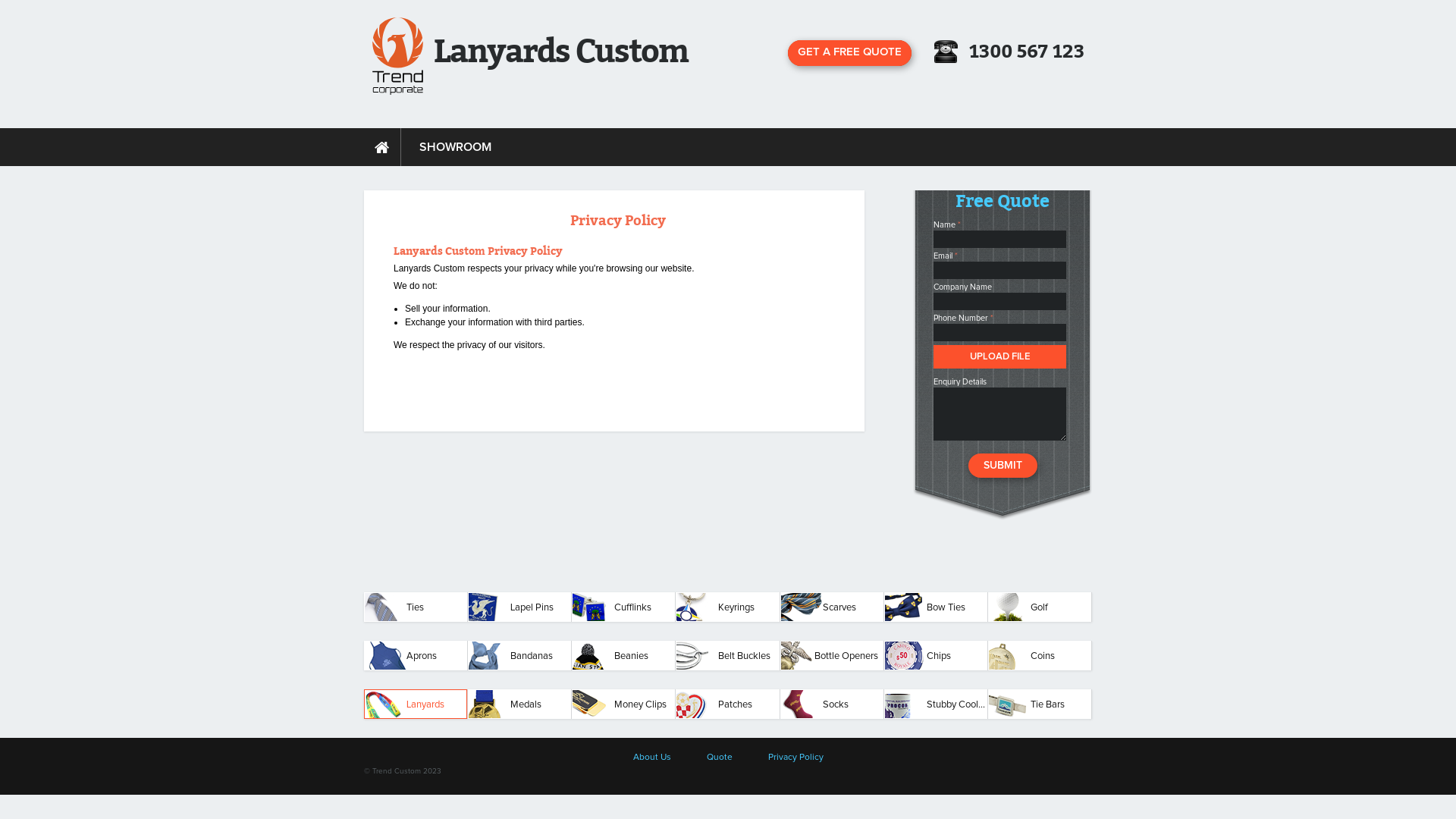 Image resolution: width=1456 pixels, height=819 pixels. Describe the element at coordinates (987, 704) in the screenshot. I see `'Tie Bars'` at that location.